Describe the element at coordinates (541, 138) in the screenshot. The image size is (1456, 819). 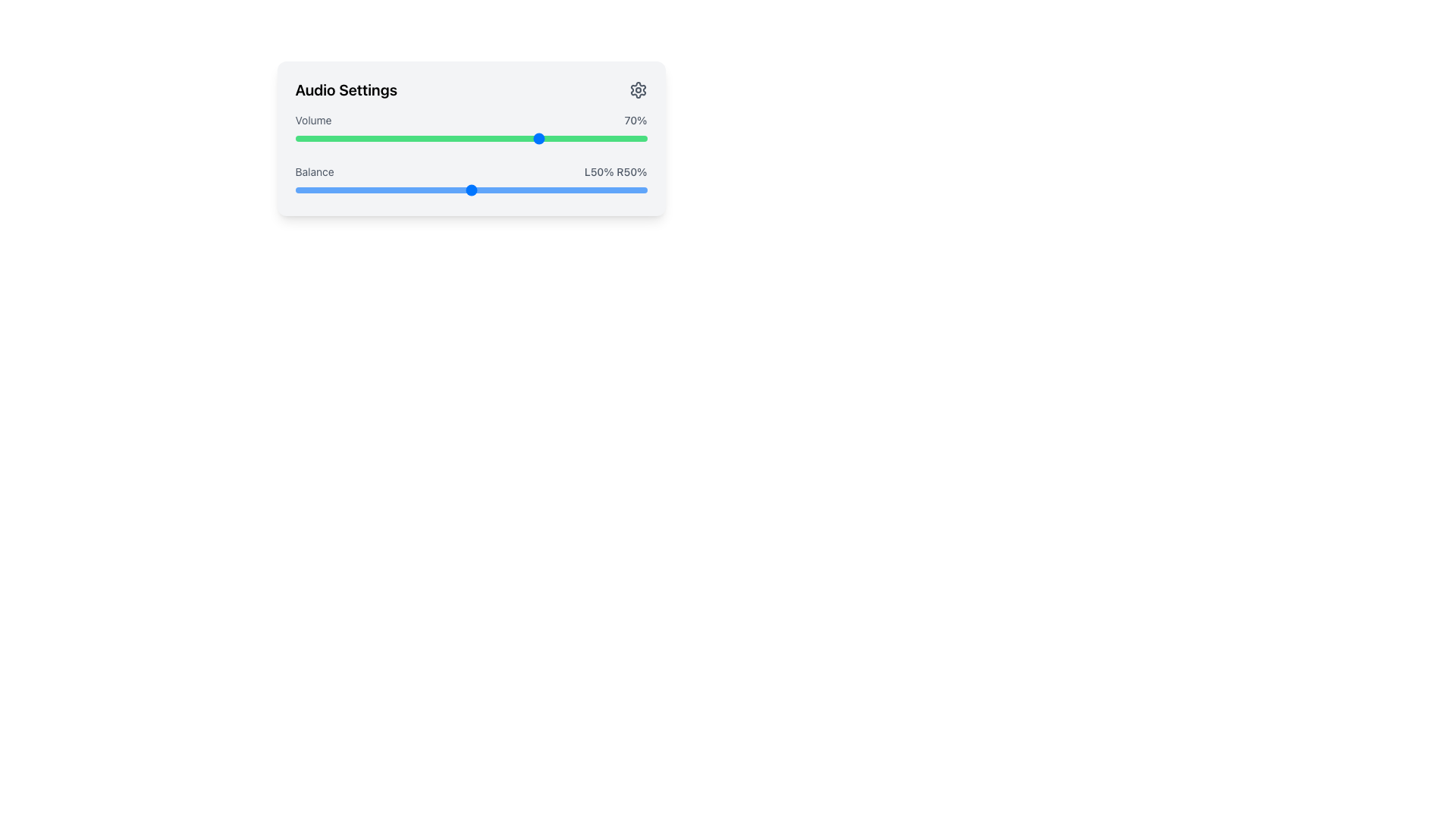
I see `the volume level` at that location.